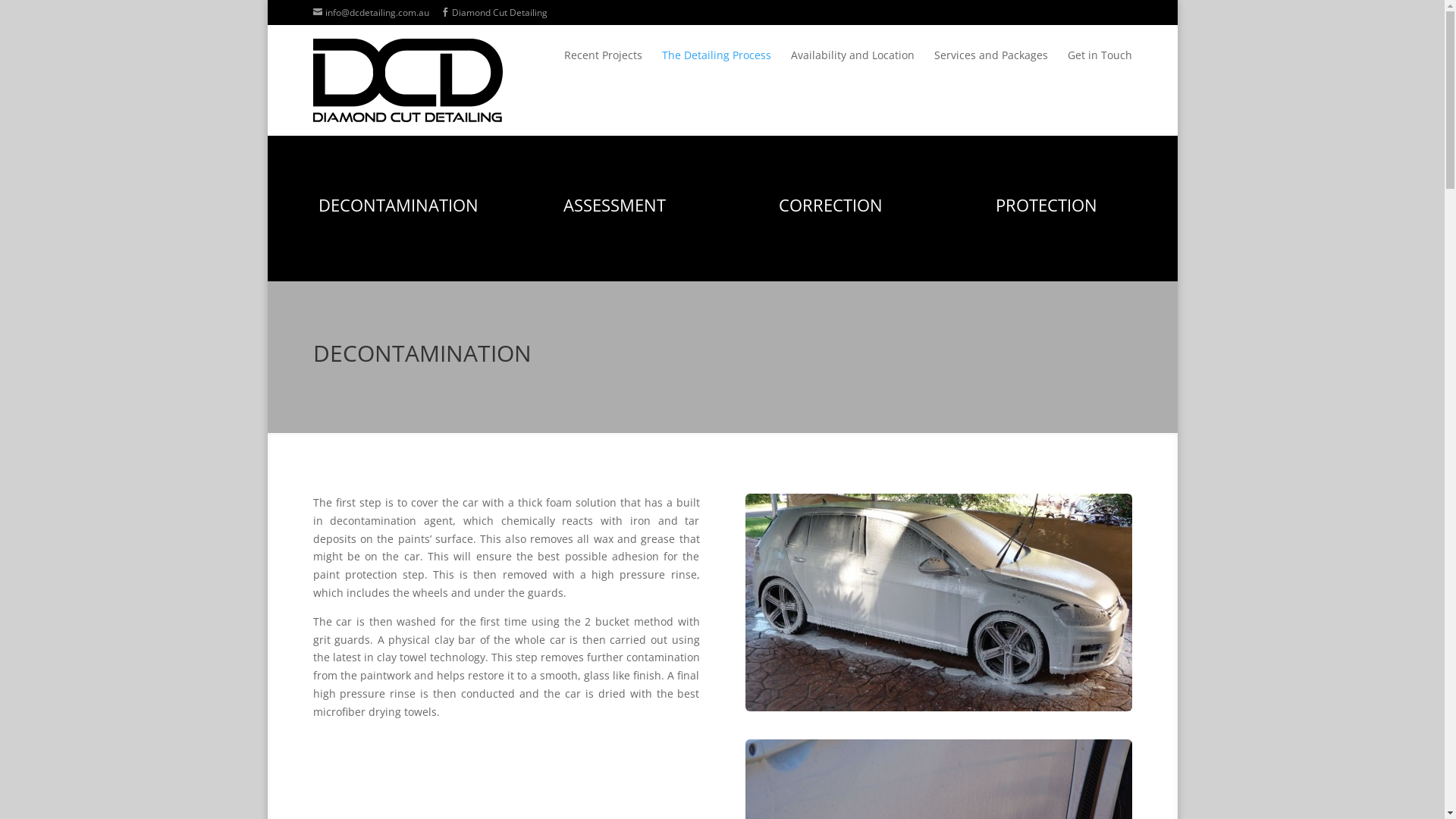 The height and width of the screenshot is (819, 1456). Describe the element at coordinates (778, 205) in the screenshot. I see `'CORRECTION'` at that location.